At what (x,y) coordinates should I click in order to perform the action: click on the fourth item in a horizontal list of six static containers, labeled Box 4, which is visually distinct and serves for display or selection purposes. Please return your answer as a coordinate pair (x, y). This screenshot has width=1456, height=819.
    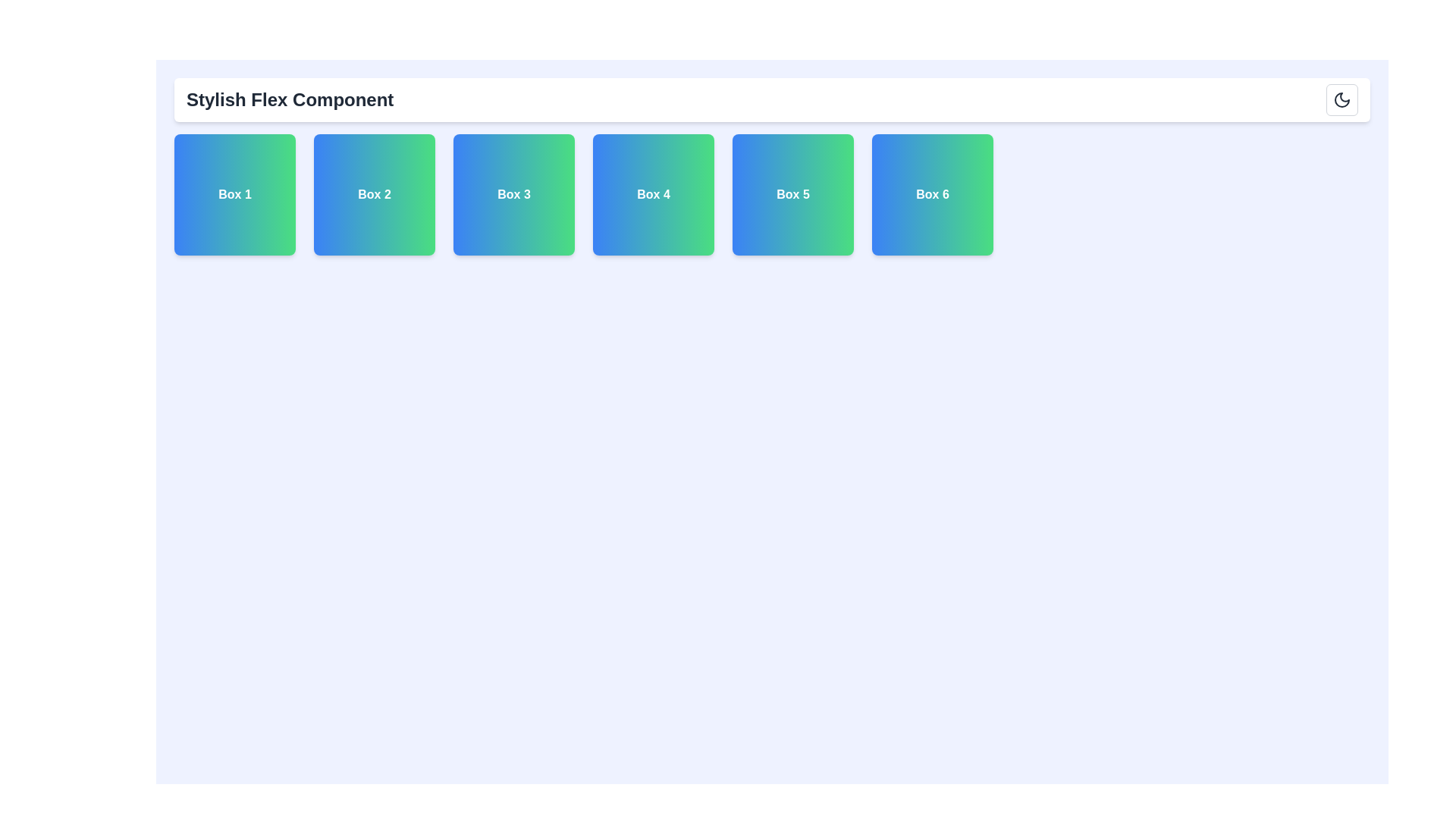
    Looking at the image, I should click on (654, 194).